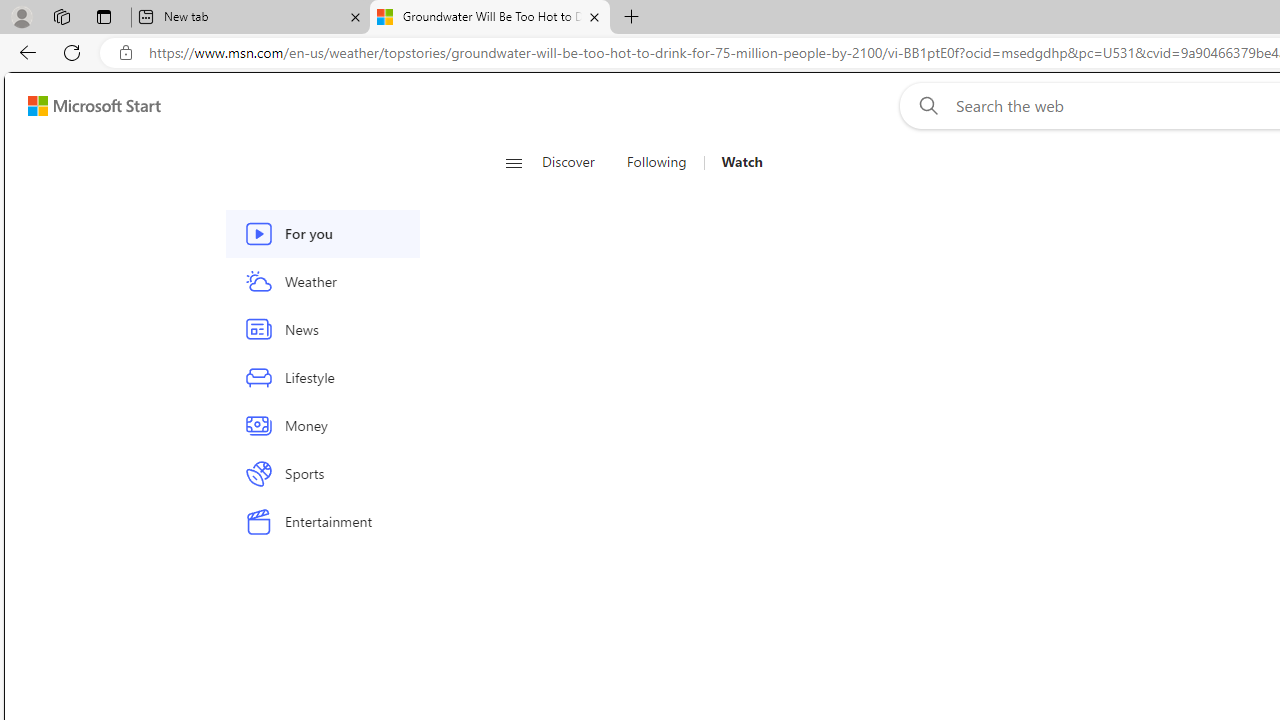 This screenshot has width=1280, height=720. What do you see at coordinates (923, 105) in the screenshot?
I see `'Web search'` at bounding box center [923, 105].